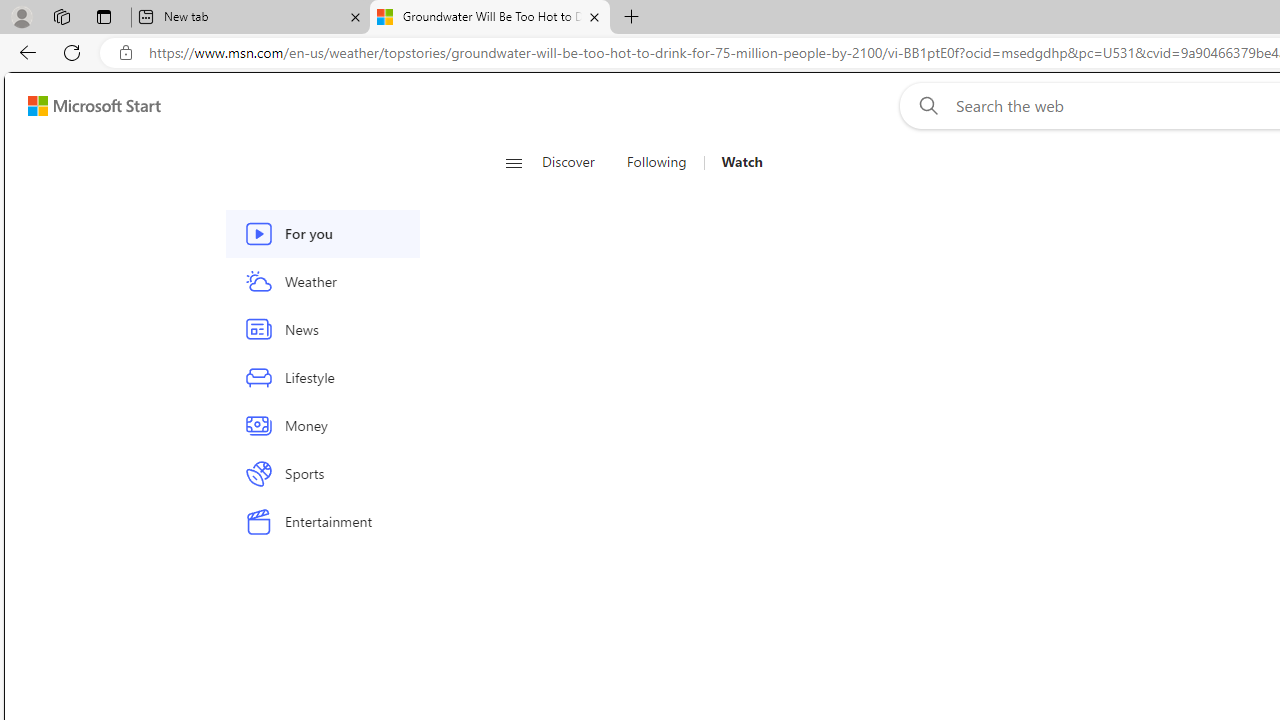 This screenshot has width=1280, height=720. What do you see at coordinates (923, 105) in the screenshot?
I see `'Web search'` at bounding box center [923, 105].